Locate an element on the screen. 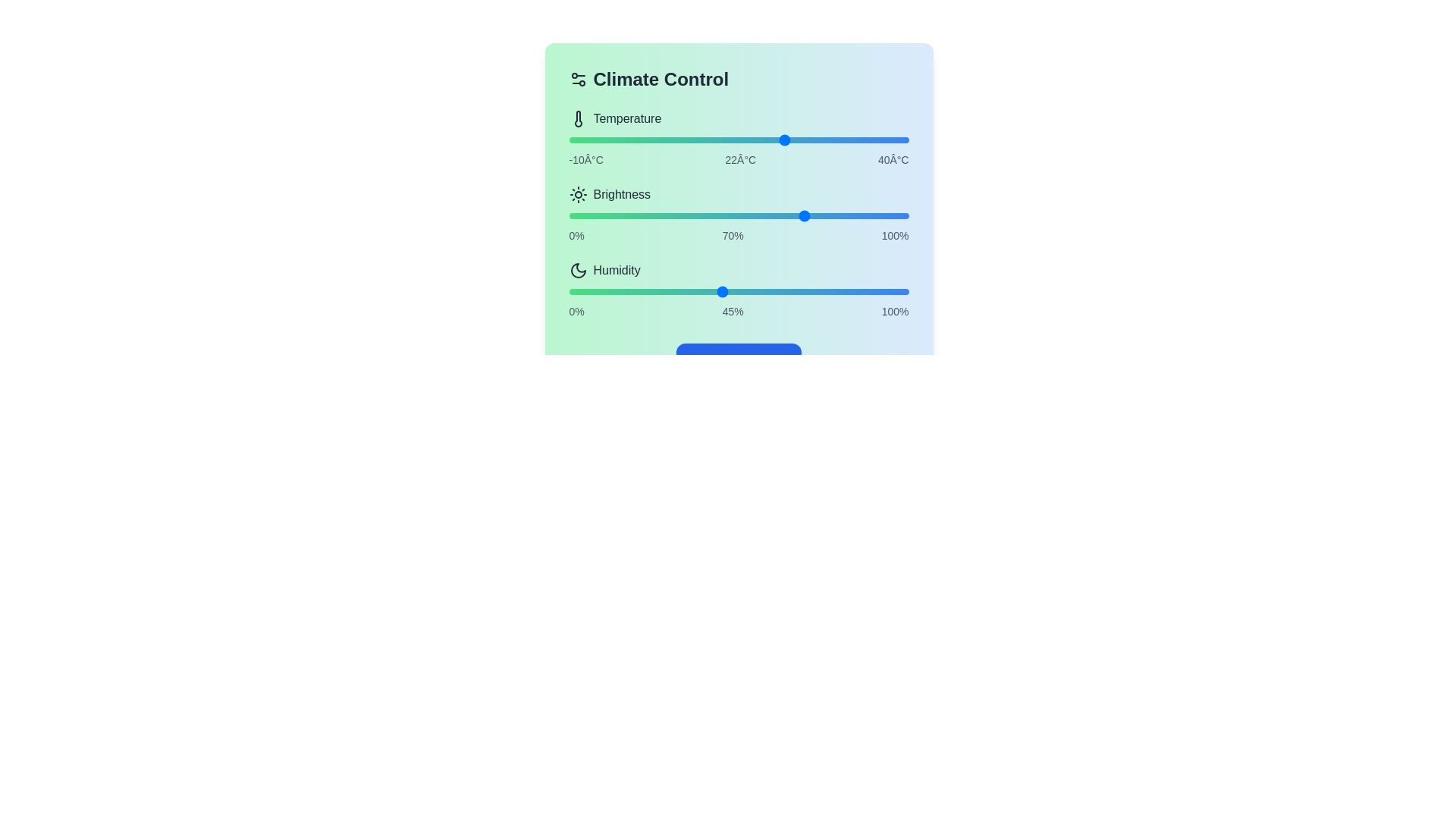  the brightness is located at coordinates (610, 216).